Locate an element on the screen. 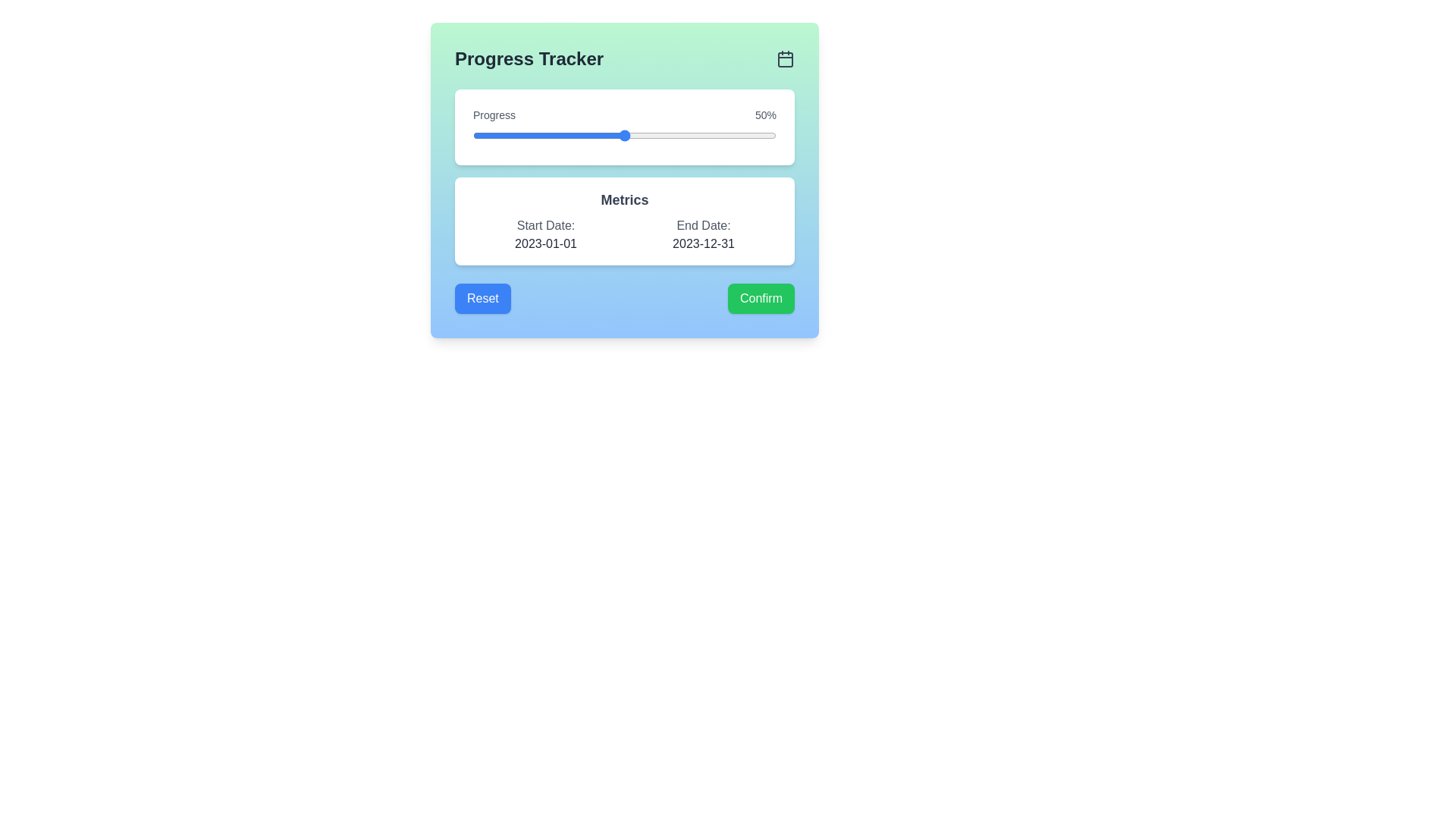 The height and width of the screenshot is (819, 1456). the Text label displaying the progress percentage, which is located at the far-right end of the progress bar aligned with the label 'Progress' is located at coordinates (765, 114).